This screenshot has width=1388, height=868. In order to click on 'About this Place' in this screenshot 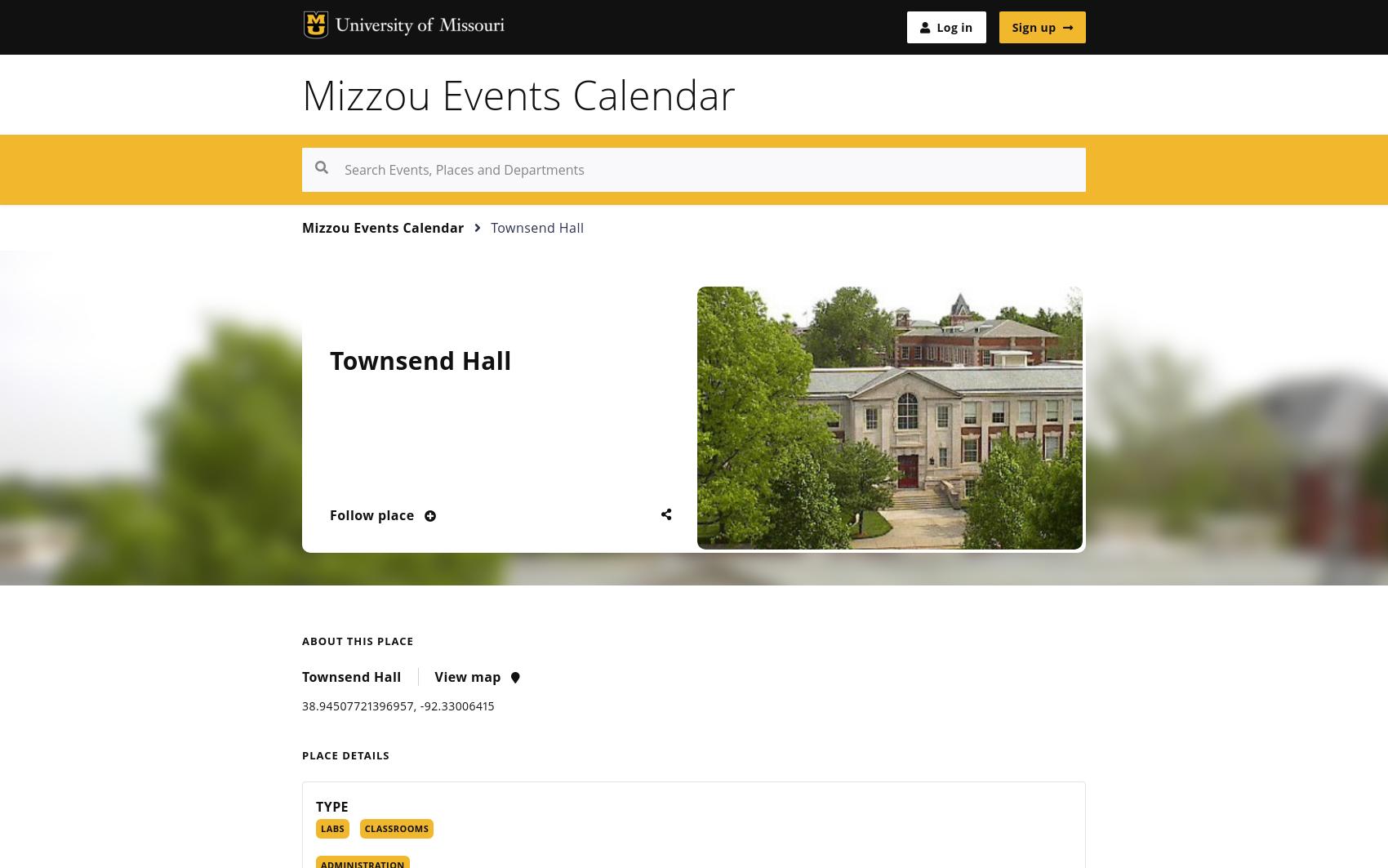, I will do `click(357, 640)`.